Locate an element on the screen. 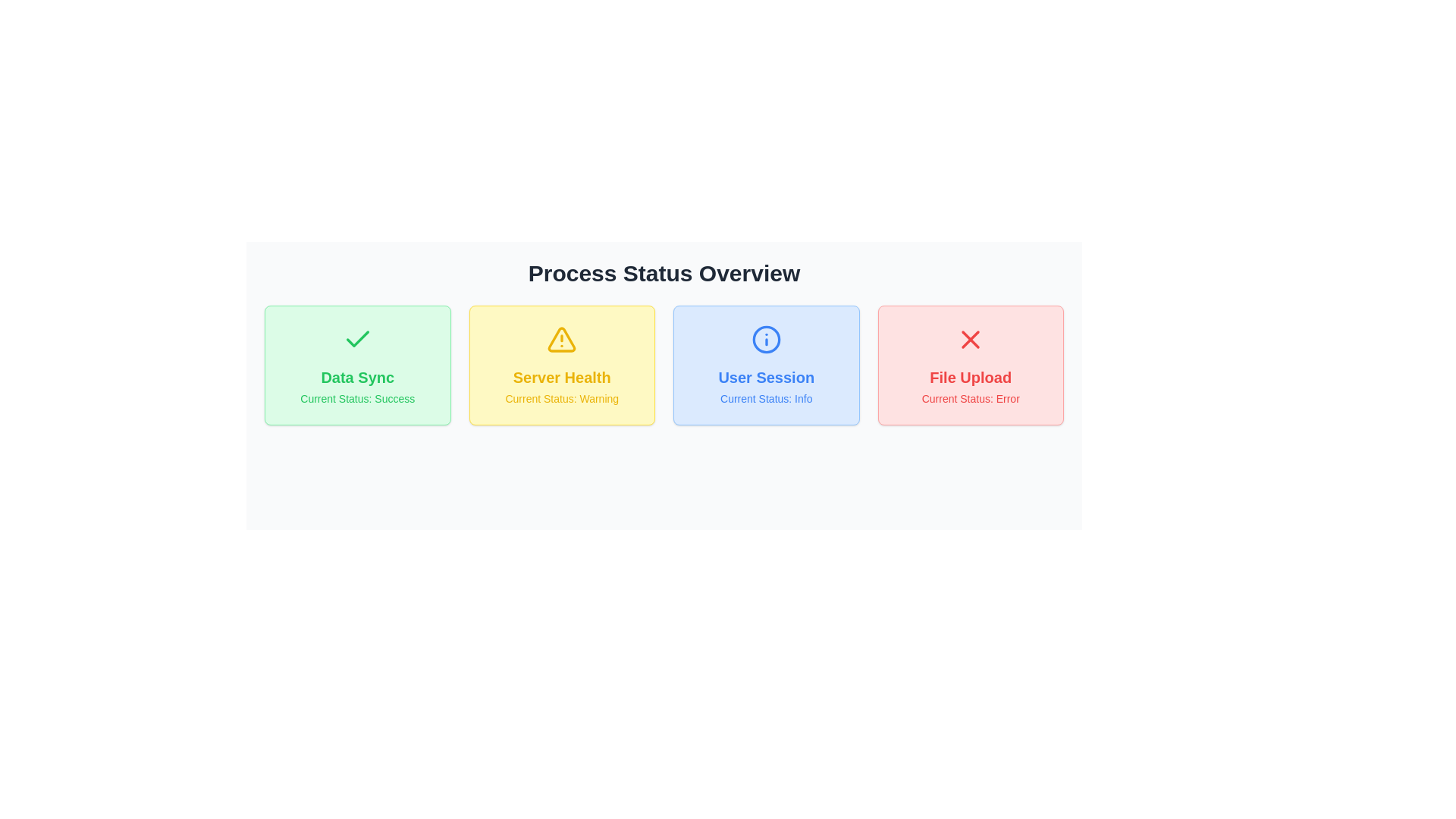 The width and height of the screenshot is (1456, 819). the circular 'info' icon with a blue outline and a small blue 'i' character inside, located at the top of the 'User Session' panel is located at coordinates (766, 338).